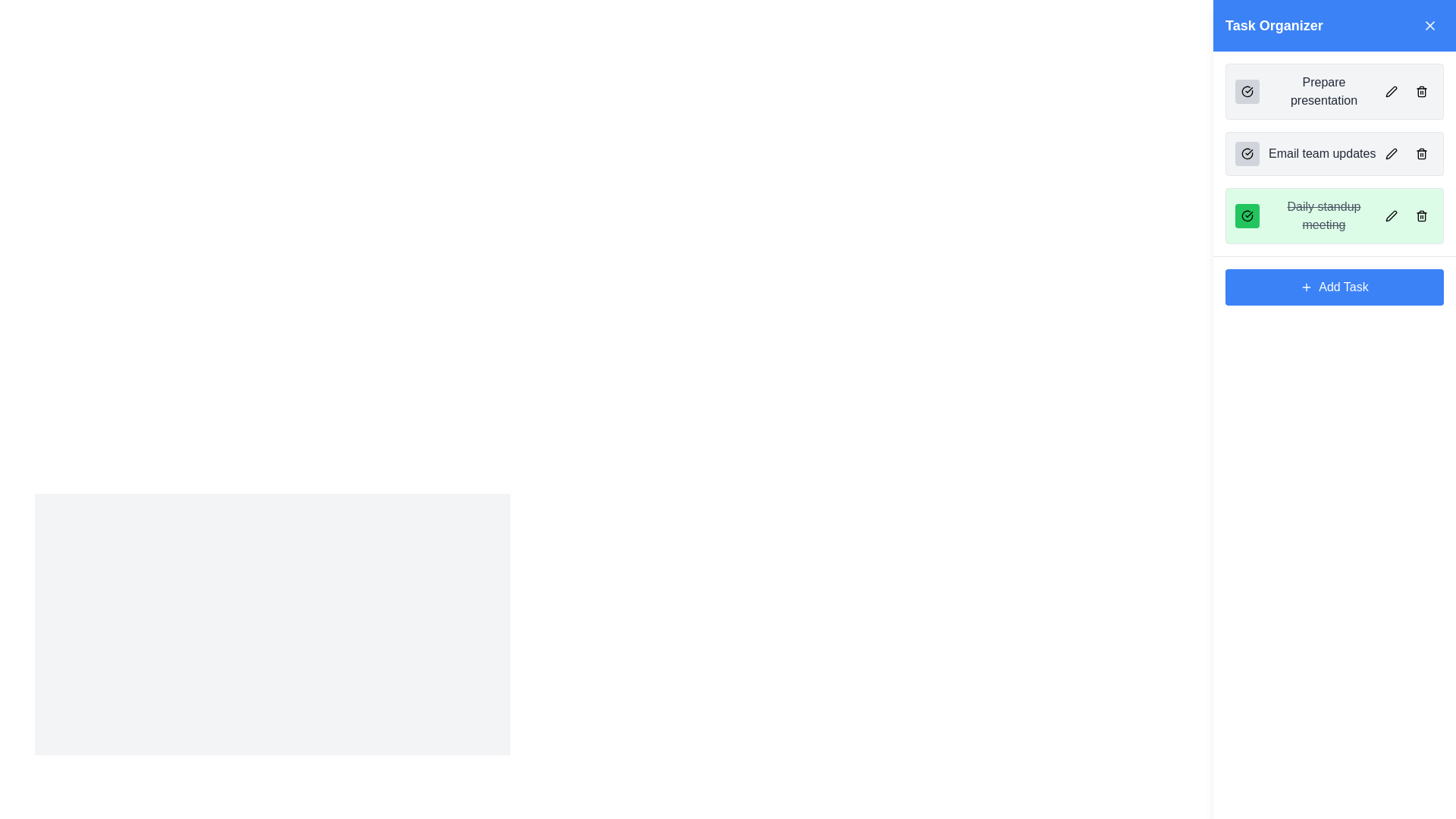 This screenshot has width=1456, height=819. I want to click on the trash can icon button located in the 'Task Organizer' panel in the last column of the 'Daily standup meeting' row, so click(1421, 154).